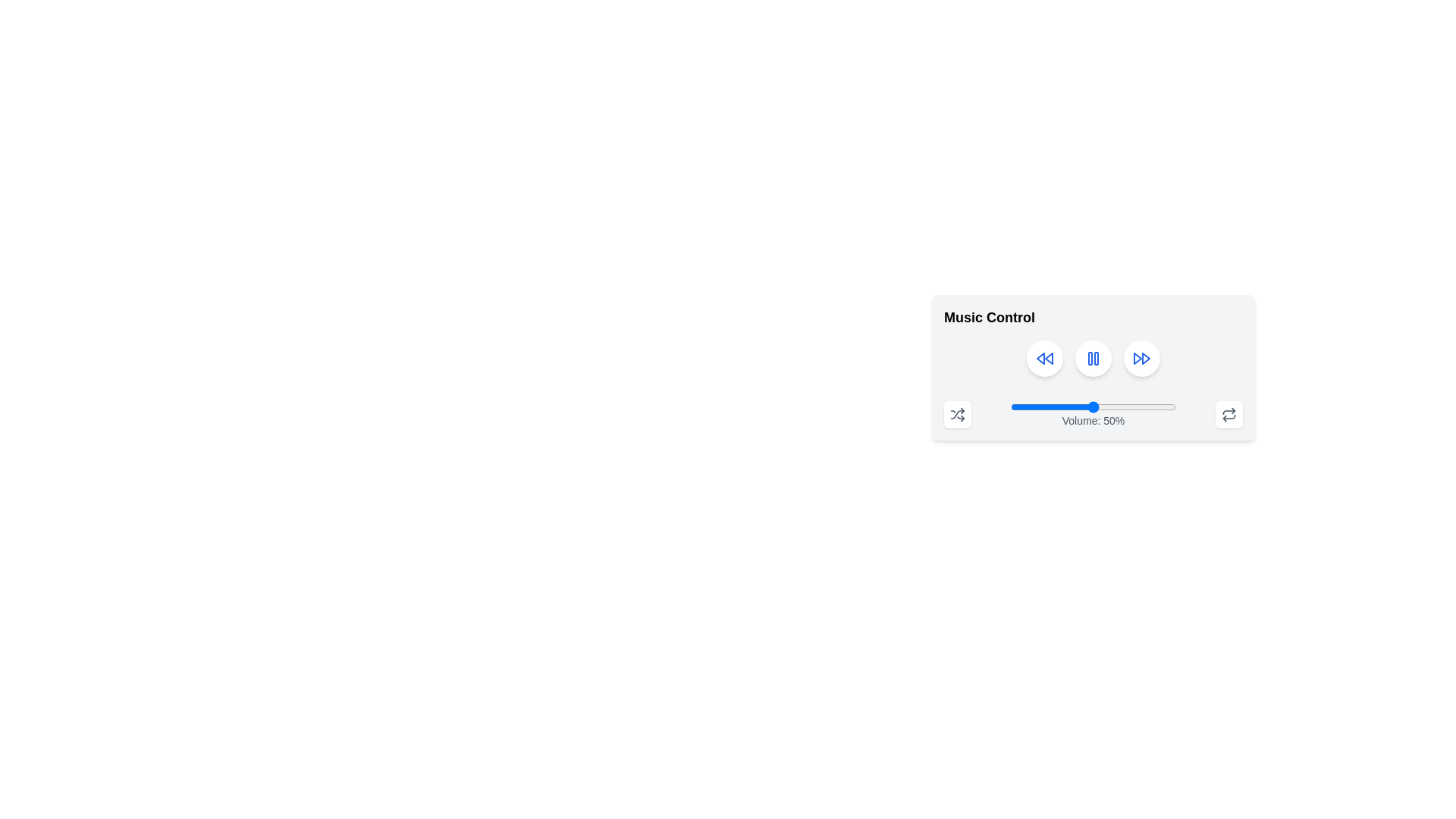 The image size is (1456, 819). I want to click on volume, so click(1129, 406).